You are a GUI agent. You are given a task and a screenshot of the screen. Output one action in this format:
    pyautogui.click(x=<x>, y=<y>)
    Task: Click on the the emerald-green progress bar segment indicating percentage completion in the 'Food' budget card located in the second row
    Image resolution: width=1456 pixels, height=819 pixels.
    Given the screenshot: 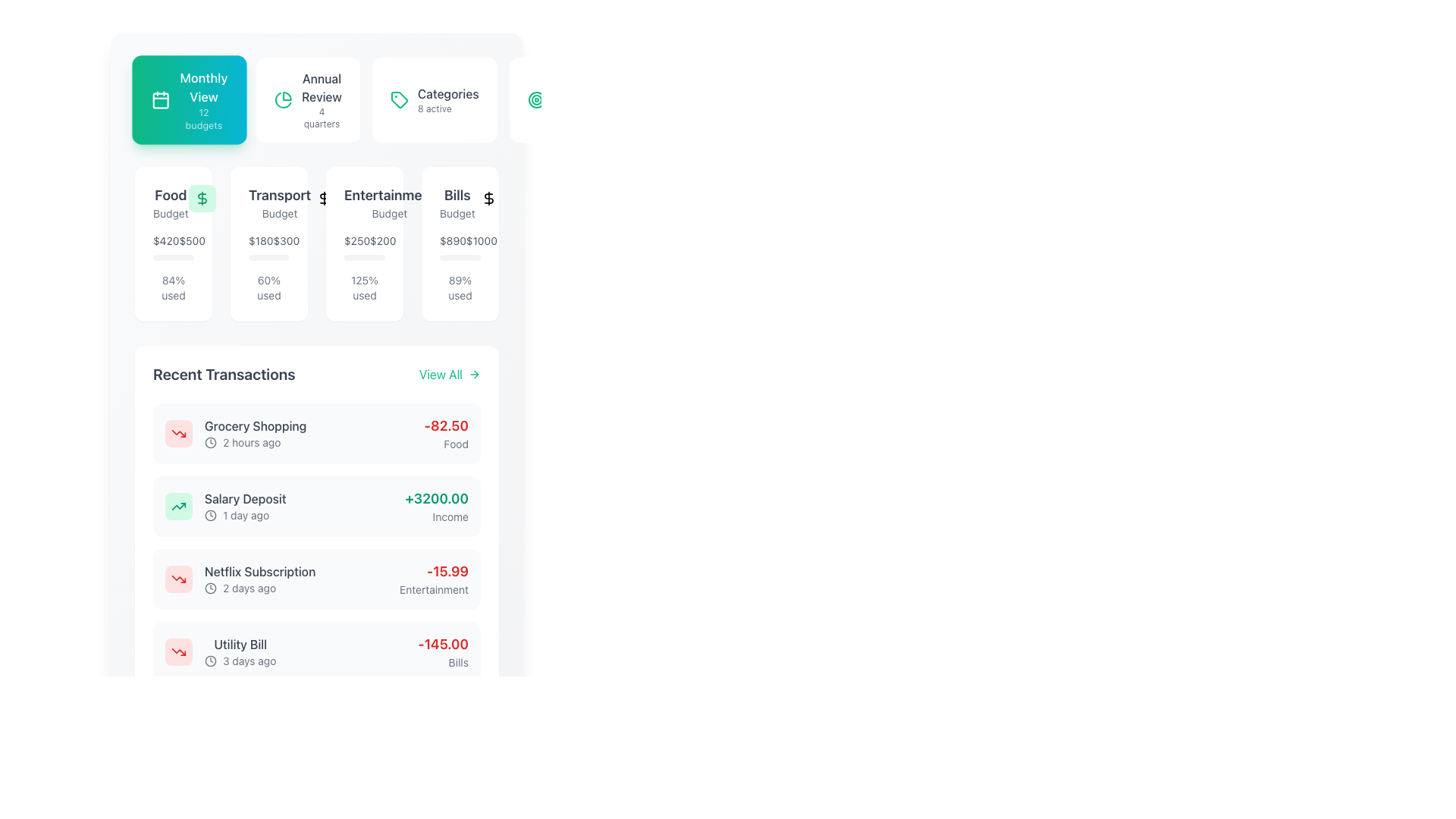 What is the action you would take?
    pyautogui.click(x=170, y=256)
    